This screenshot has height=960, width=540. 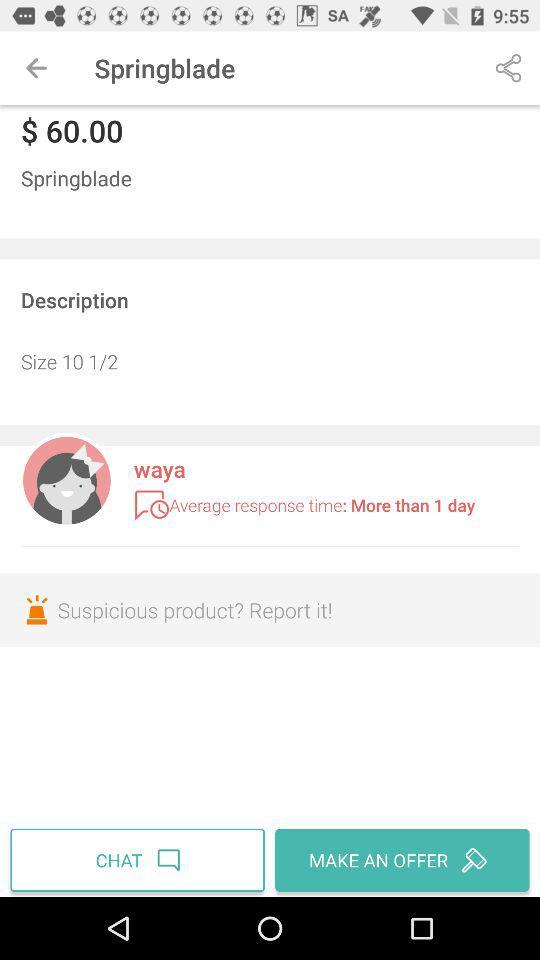 What do you see at coordinates (139, 859) in the screenshot?
I see `the item at the bottom left corner` at bounding box center [139, 859].